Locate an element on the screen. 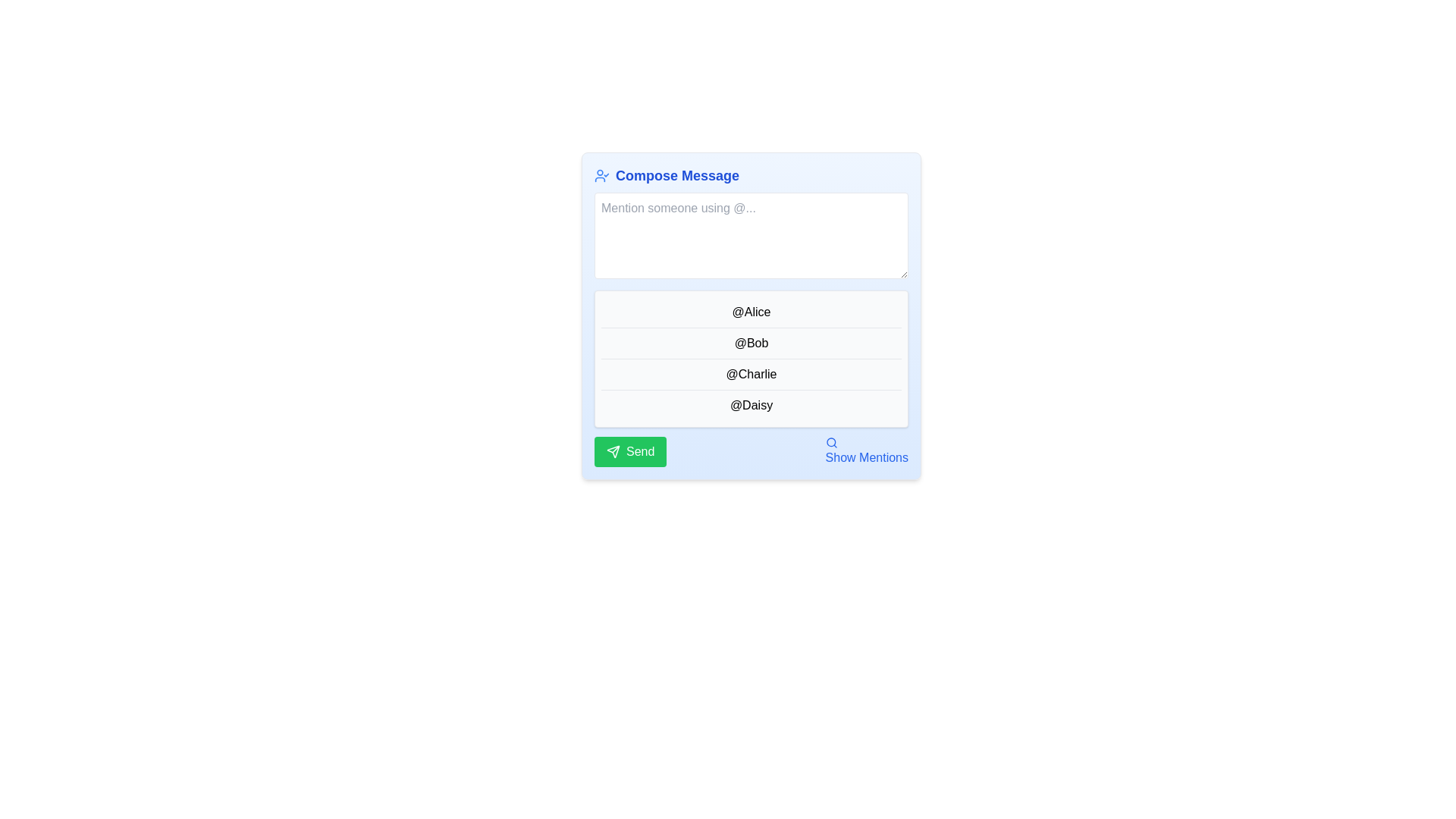 This screenshot has height=819, width=1456. the Button or Link styled as a text component located in the bottom-right corner of the panel to observe style changes is located at coordinates (867, 451).